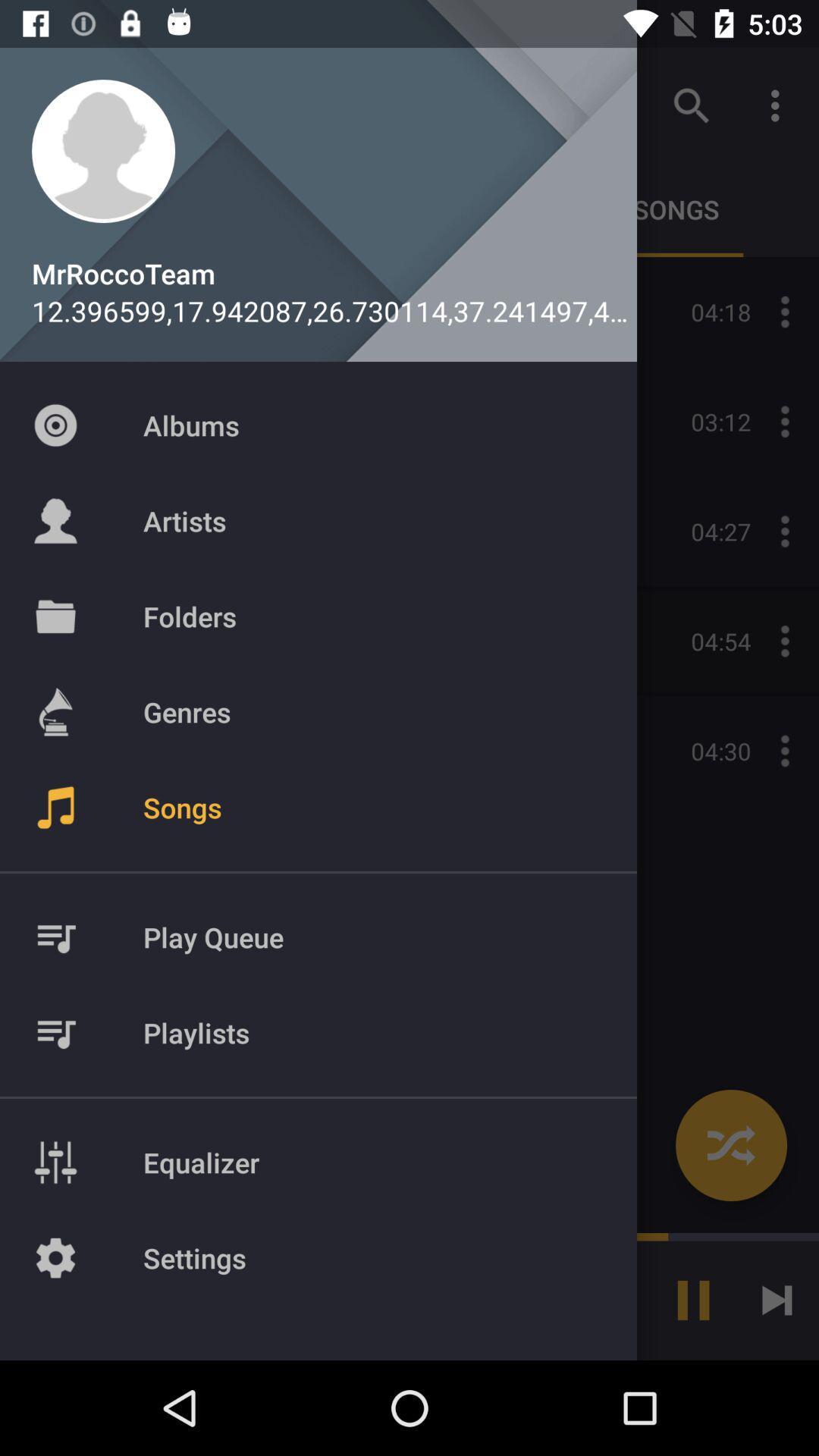 The width and height of the screenshot is (819, 1456). What do you see at coordinates (693, 1299) in the screenshot?
I see `the pause icon` at bounding box center [693, 1299].